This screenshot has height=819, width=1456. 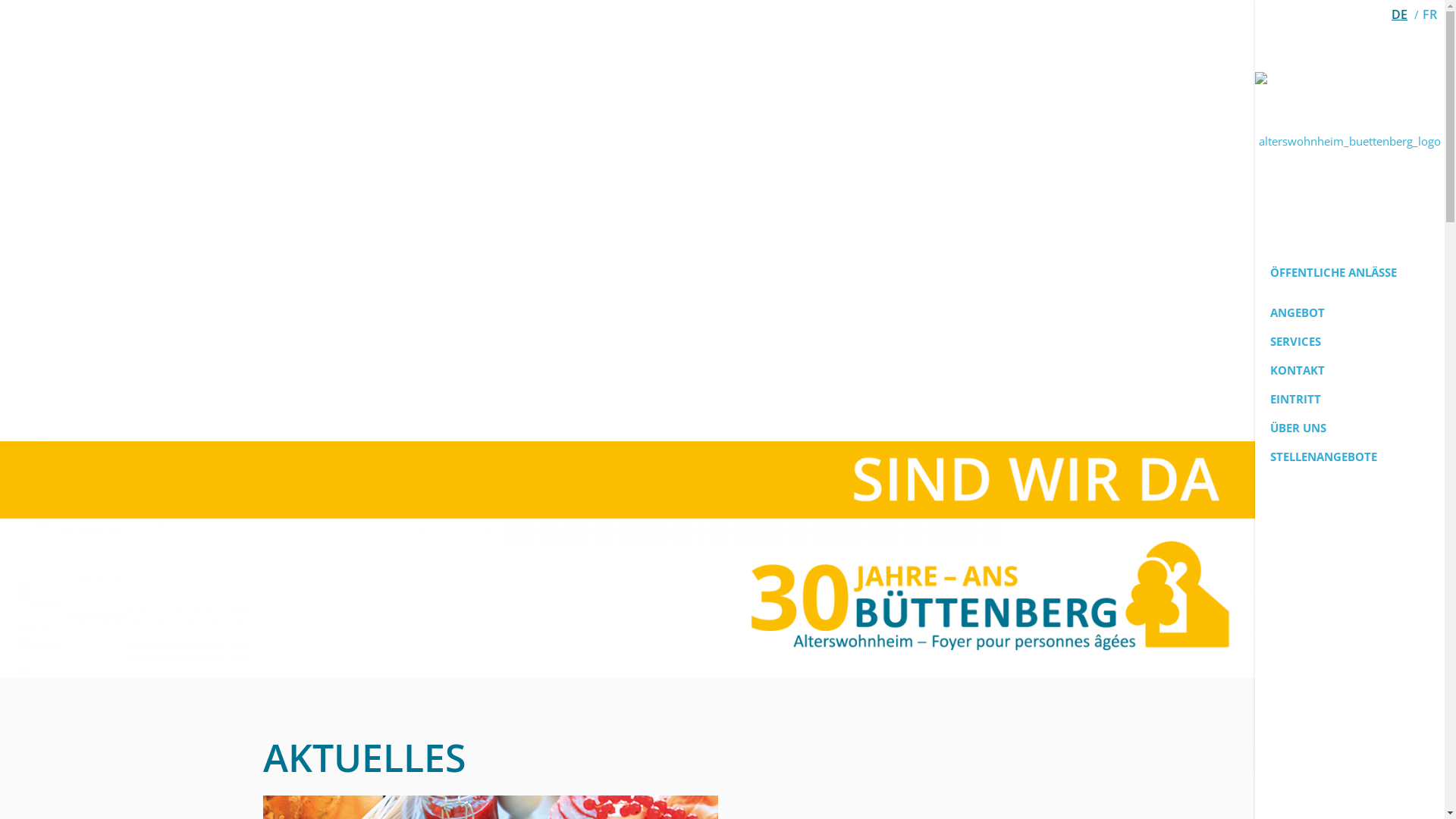 I want to click on 'SERVICES', so click(x=1350, y=341).